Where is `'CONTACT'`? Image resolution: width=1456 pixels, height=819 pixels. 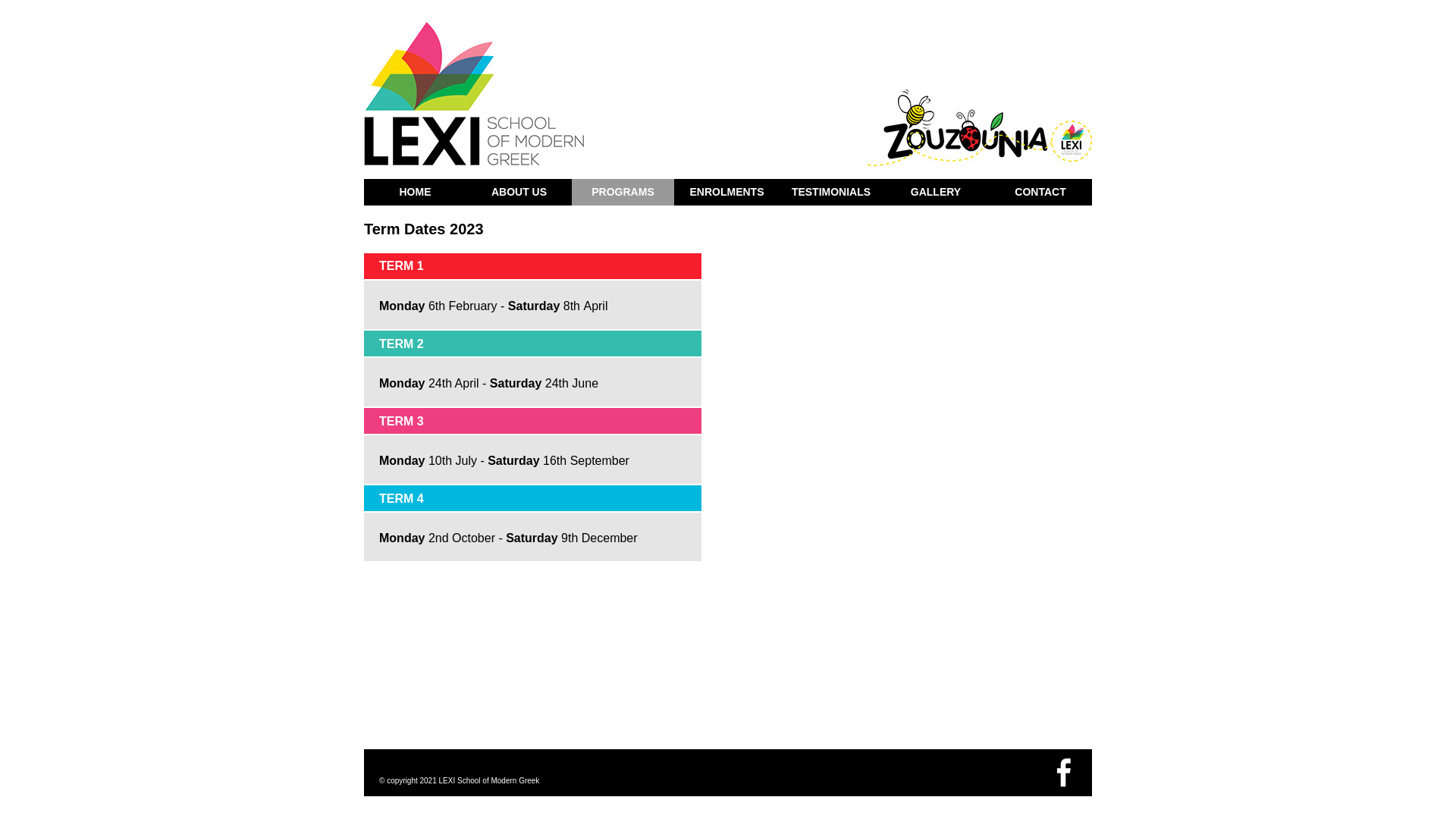
'CONTACT' is located at coordinates (1040, 191).